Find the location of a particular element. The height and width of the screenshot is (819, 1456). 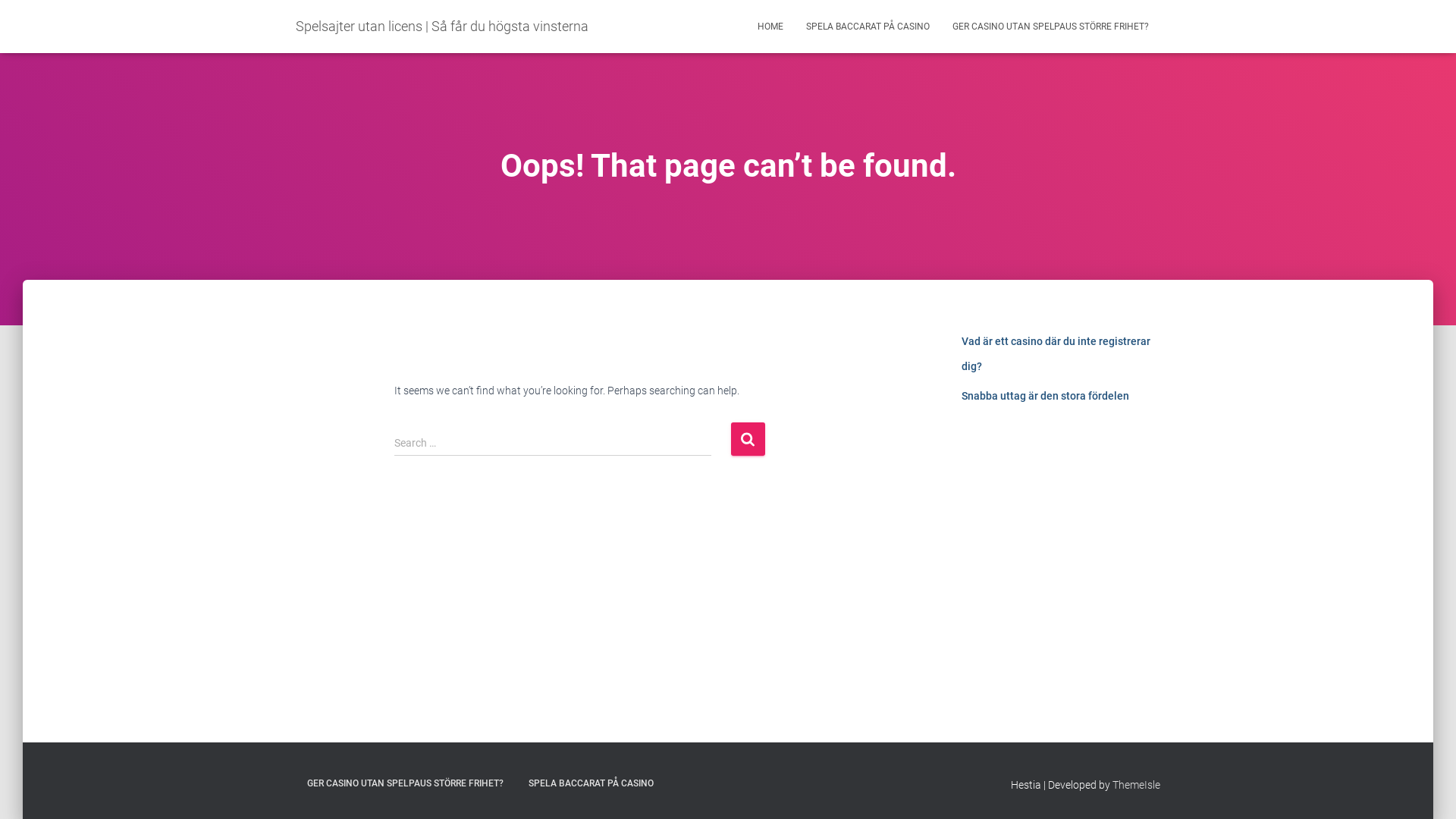

'ThemeIsle' is located at coordinates (1136, 784).